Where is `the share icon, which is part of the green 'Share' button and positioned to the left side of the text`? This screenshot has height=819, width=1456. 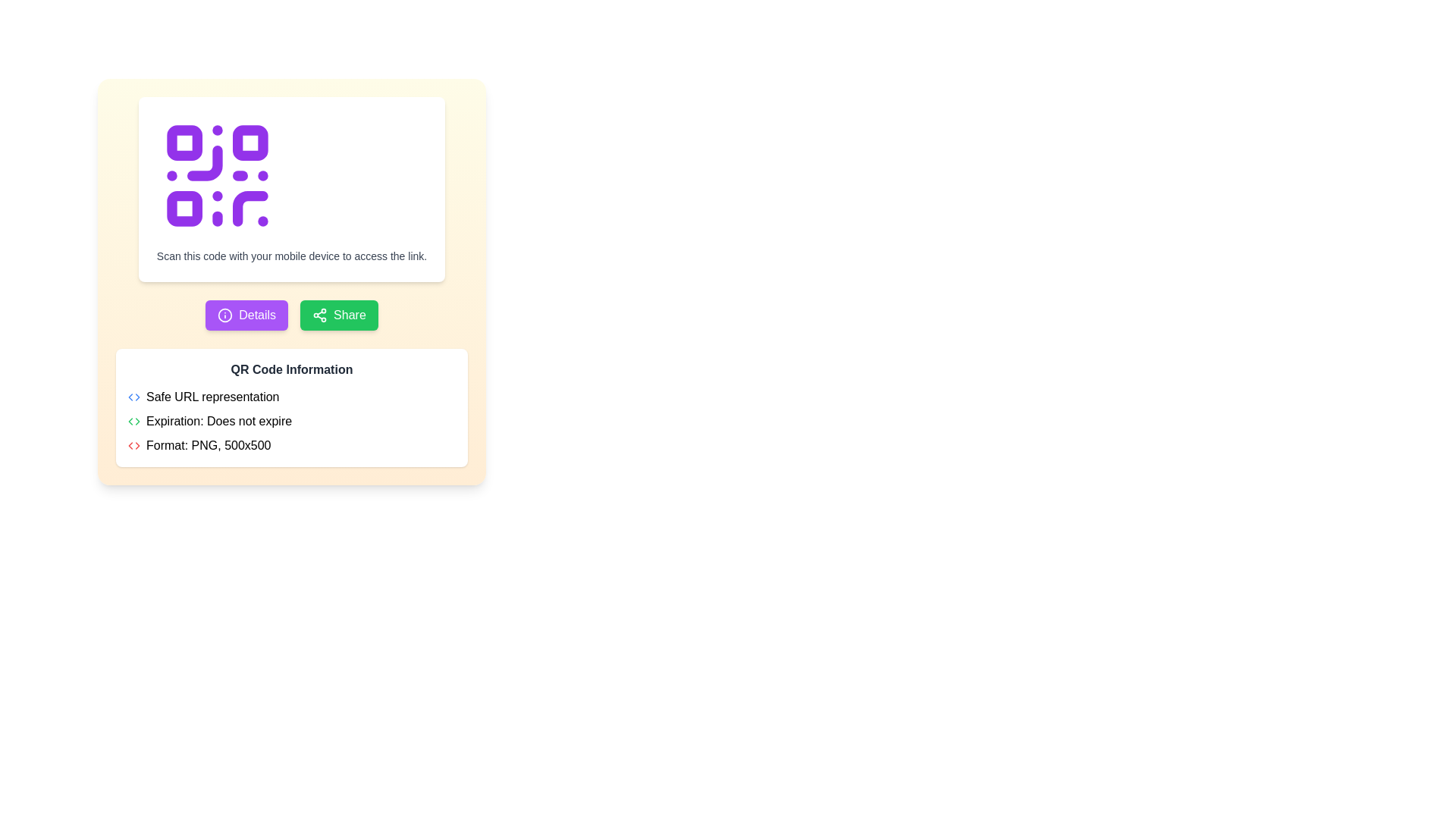 the share icon, which is part of the green 'Share' button and positioned to the left side of the text is located at coordinates (319, 315).